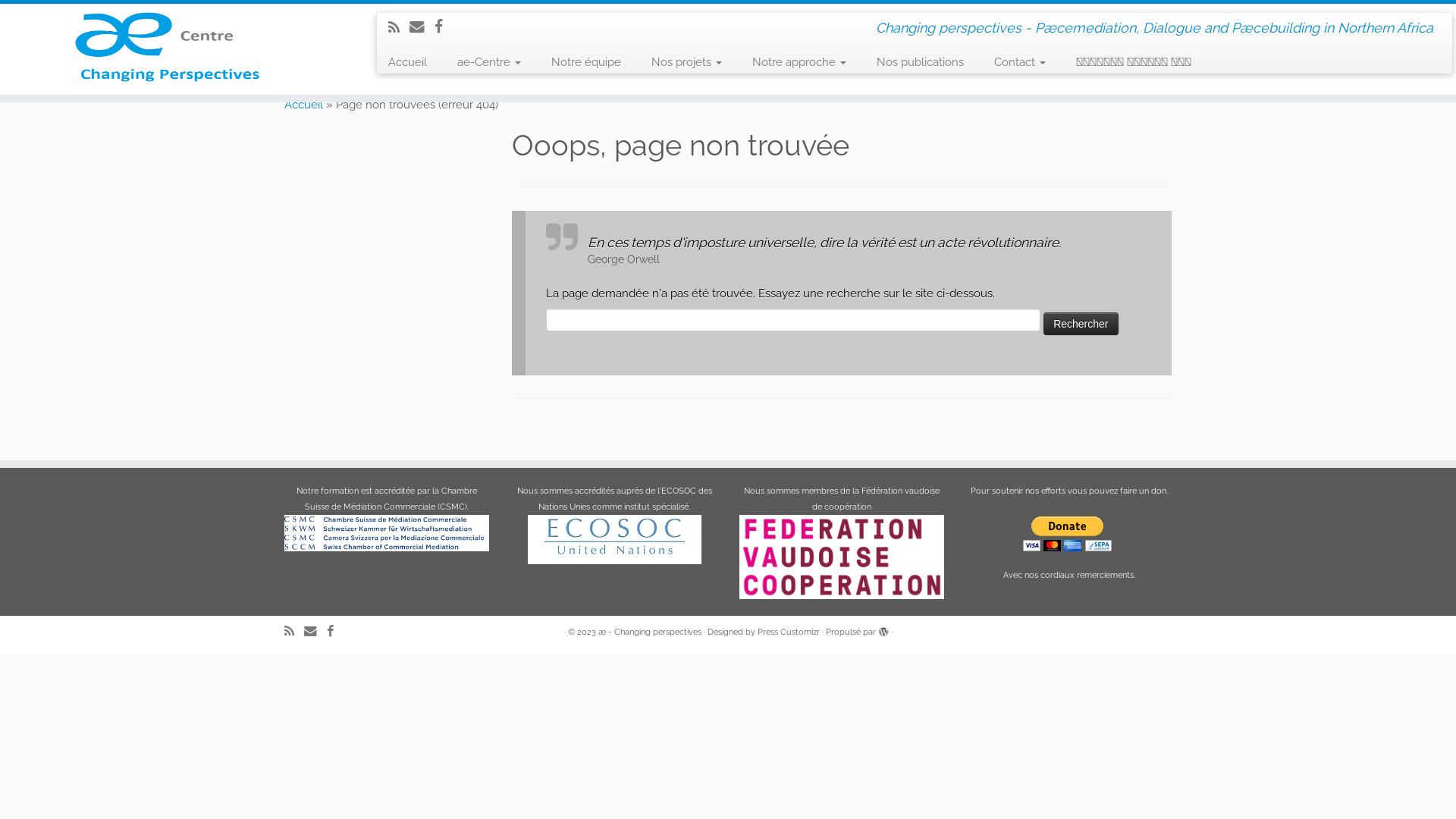 The height and width of the screenshot is (819, 1456). What do you see at coordinates (326, 631) in the screenshot?
I see `'Suivez-moi sur Facebook'` at bounding box center [326, 631].